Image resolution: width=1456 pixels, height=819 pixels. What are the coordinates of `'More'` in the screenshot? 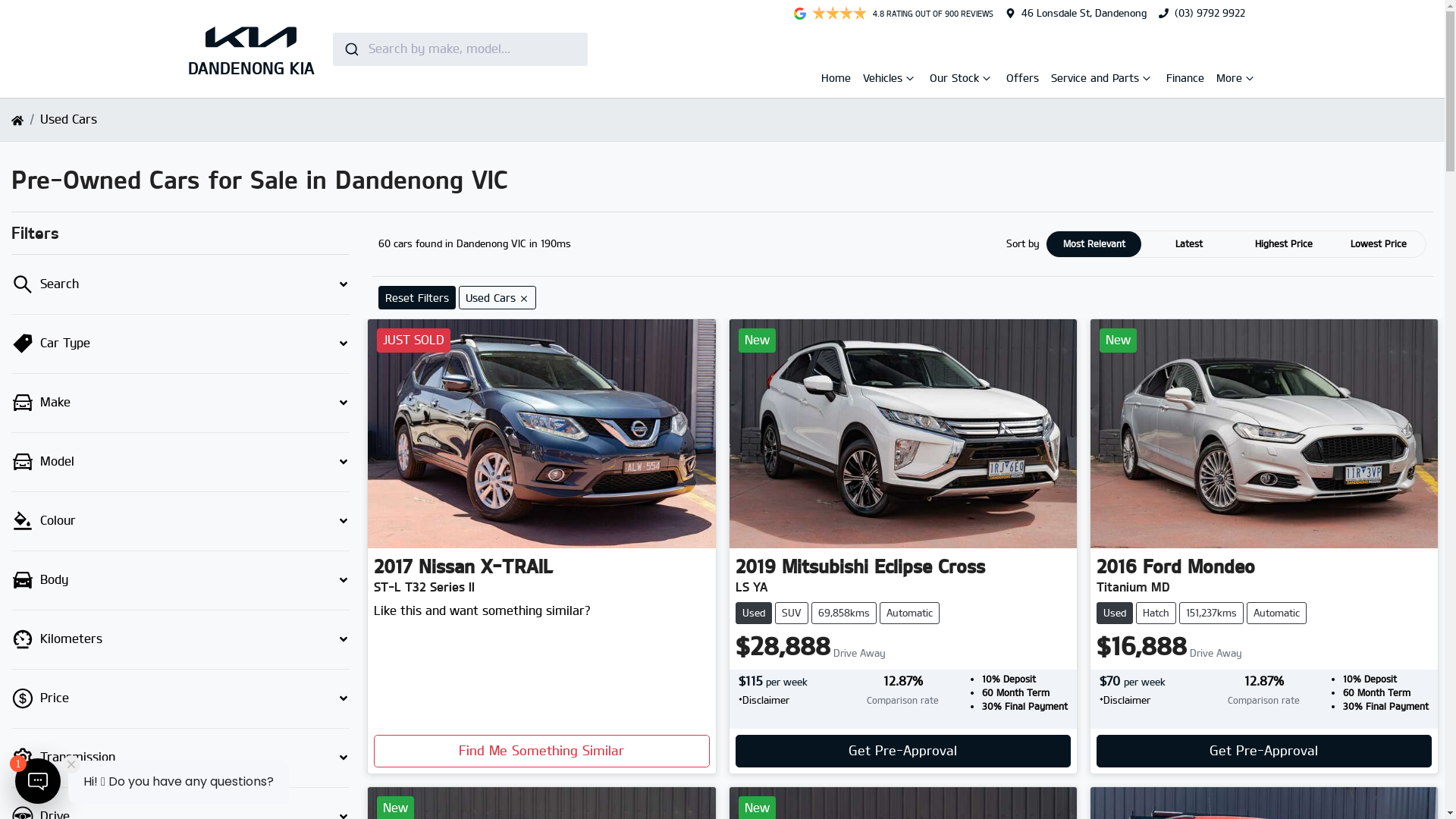 It's located at (1230, 80).